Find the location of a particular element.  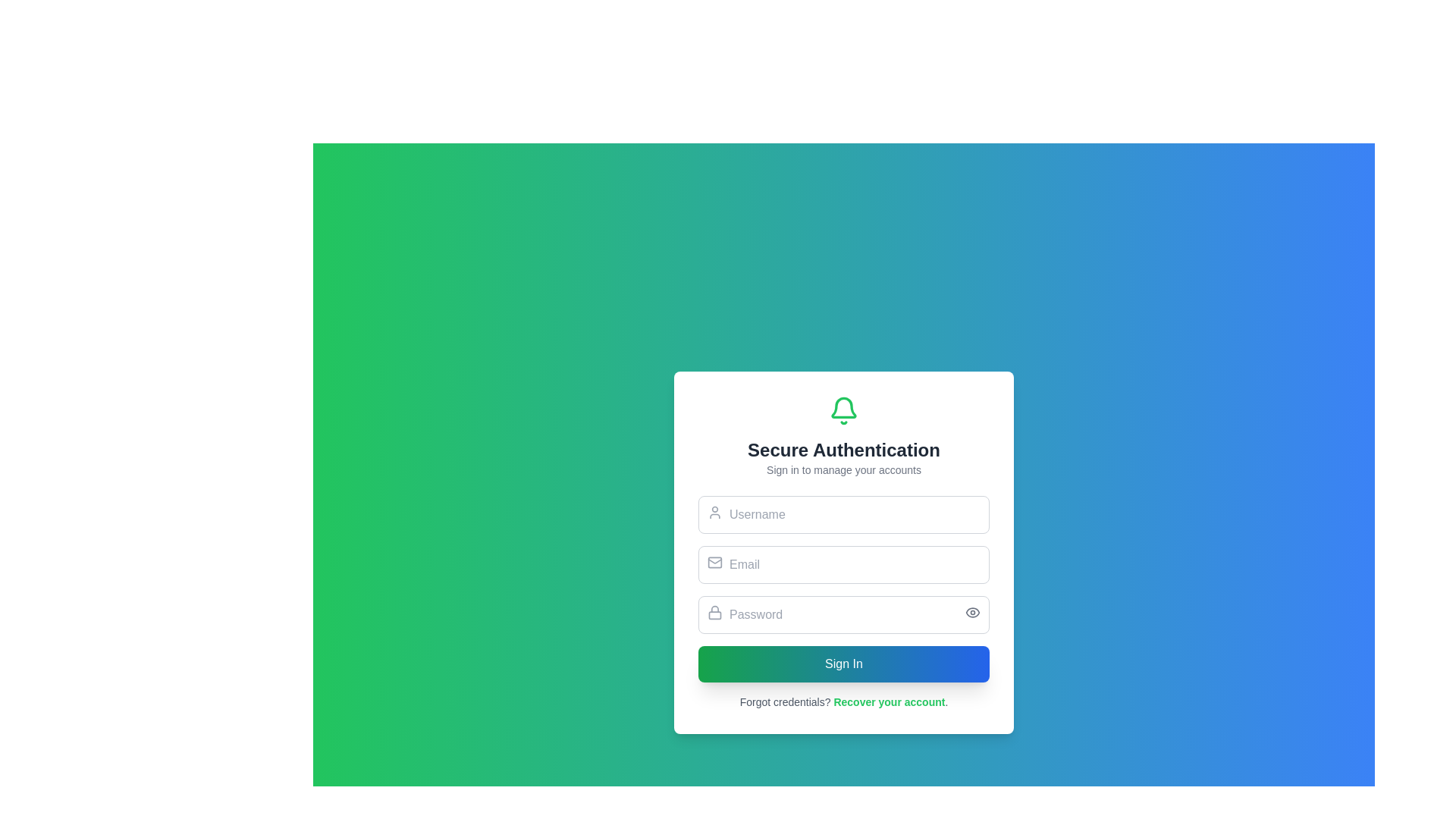

to select the email input field located centrally within the form panel, positioned below the Username field and above the Password field is located at coordinates (843, 553).